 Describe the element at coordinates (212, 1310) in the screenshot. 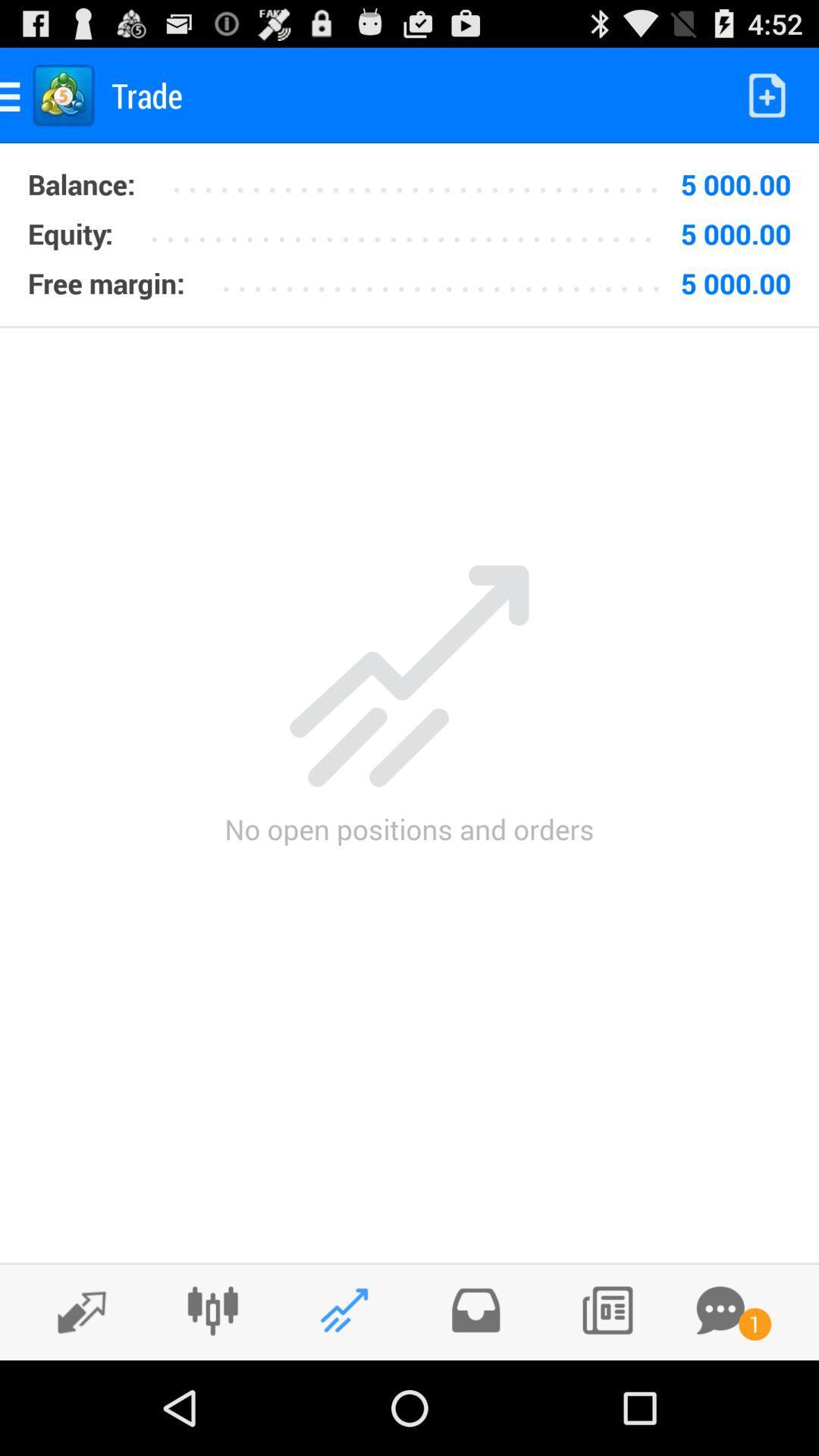

I see `settings` at that location.